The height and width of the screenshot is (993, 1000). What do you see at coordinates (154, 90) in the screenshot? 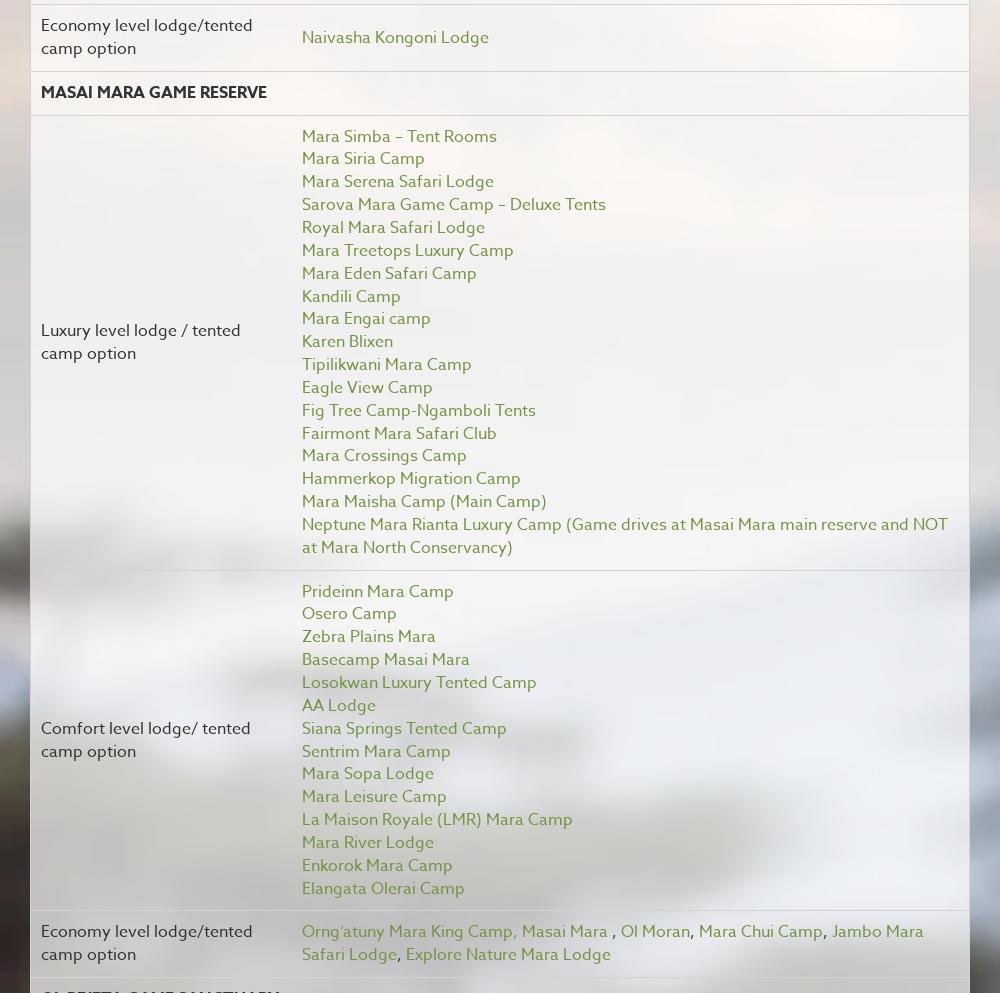
I see `'Masai Mara Game Reserve'` at bounding box center [154, 90].